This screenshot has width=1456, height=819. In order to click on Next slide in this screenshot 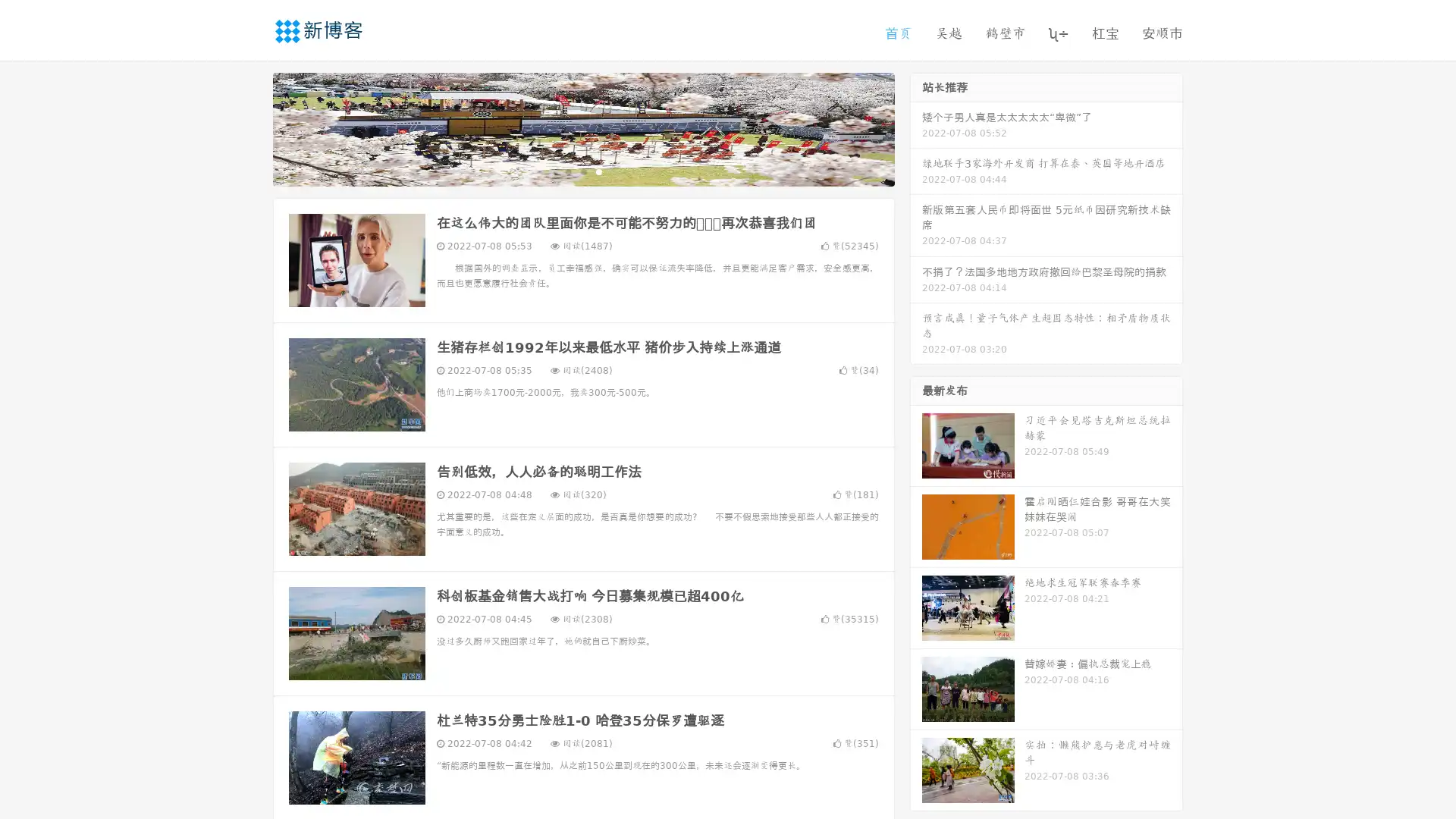, I will do `click(916, 127)`.